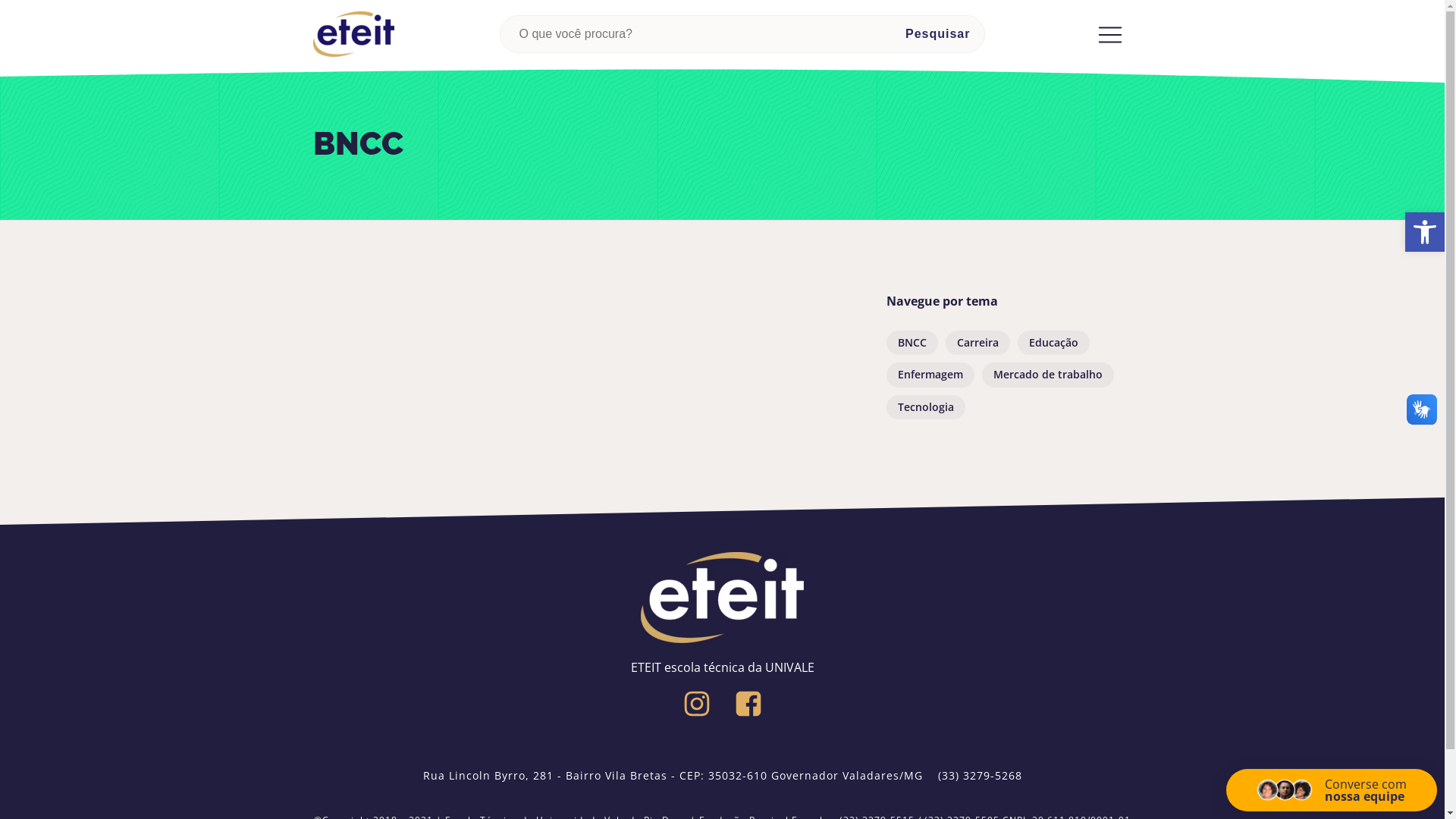  What do you see at coordinates (910, 342) in the screenshot?
I see `'BNCC'` at bounding box center [910, 342].